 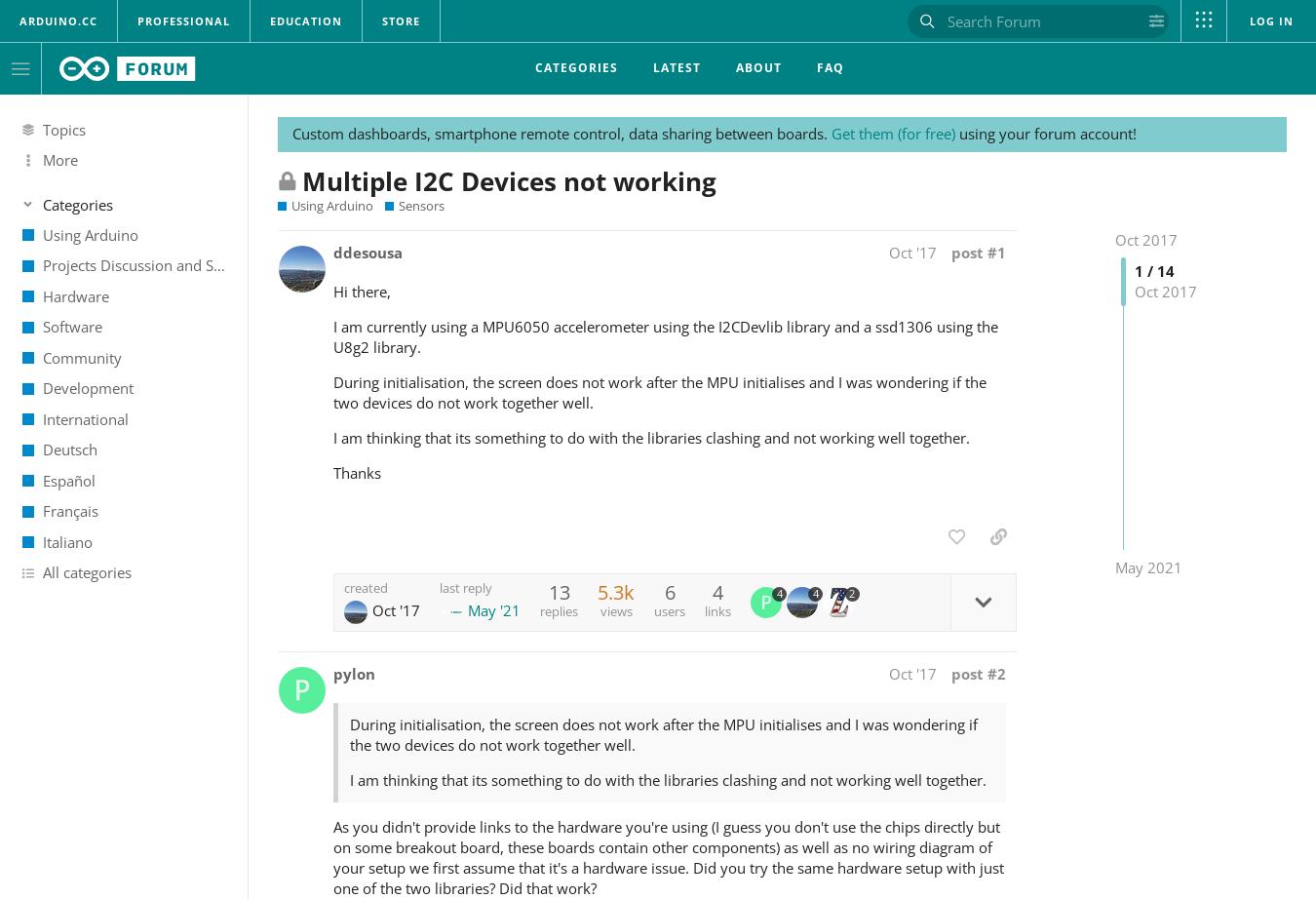 What do you see at coordinates (354, 673) in the screenshot?
I see `'pylon'` at bounding box center [354, 673].